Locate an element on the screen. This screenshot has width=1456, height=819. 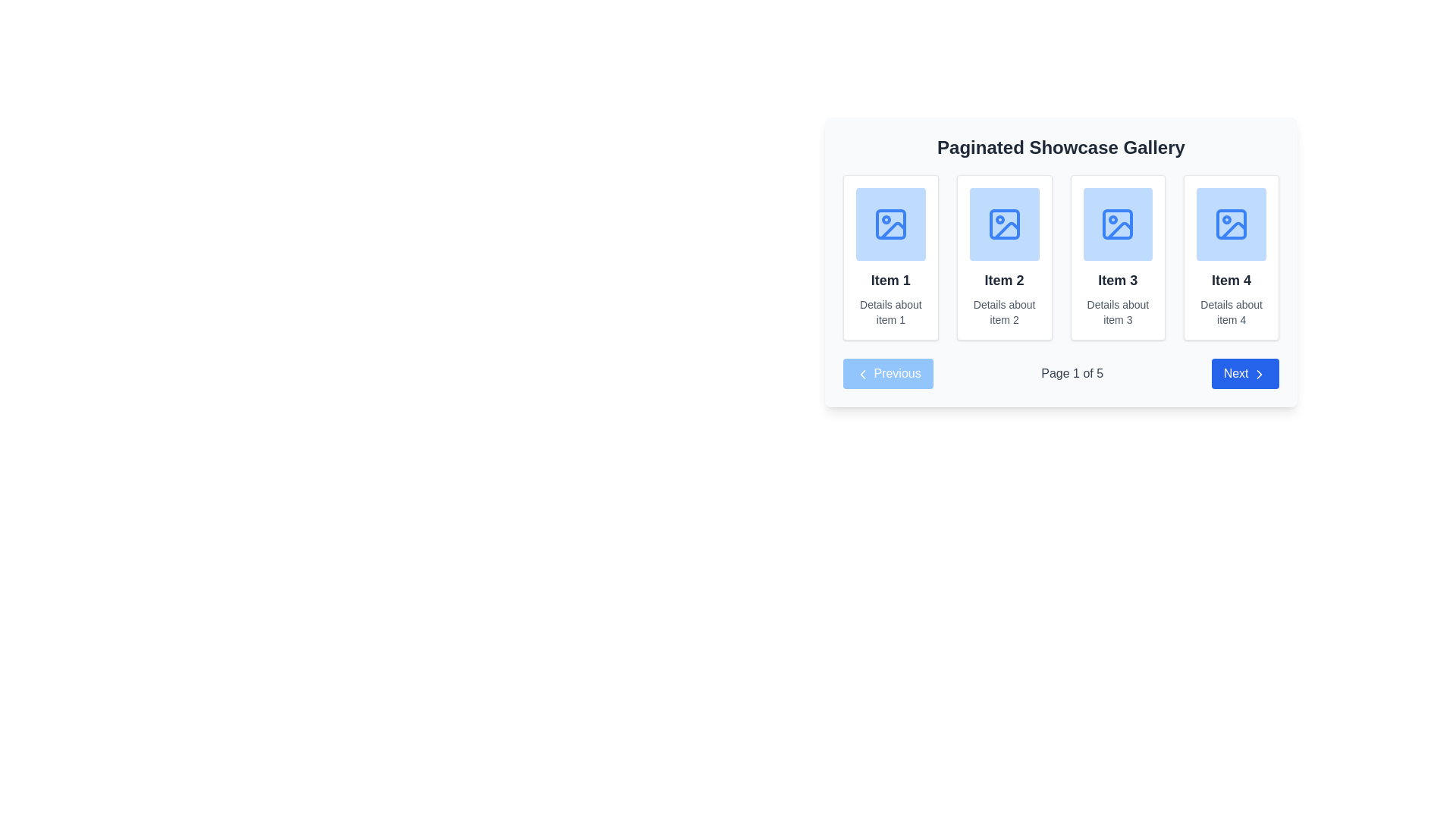
the text label displaying 'Details about item 1' in small, gray-colored font is located at coordinates (890, 312).